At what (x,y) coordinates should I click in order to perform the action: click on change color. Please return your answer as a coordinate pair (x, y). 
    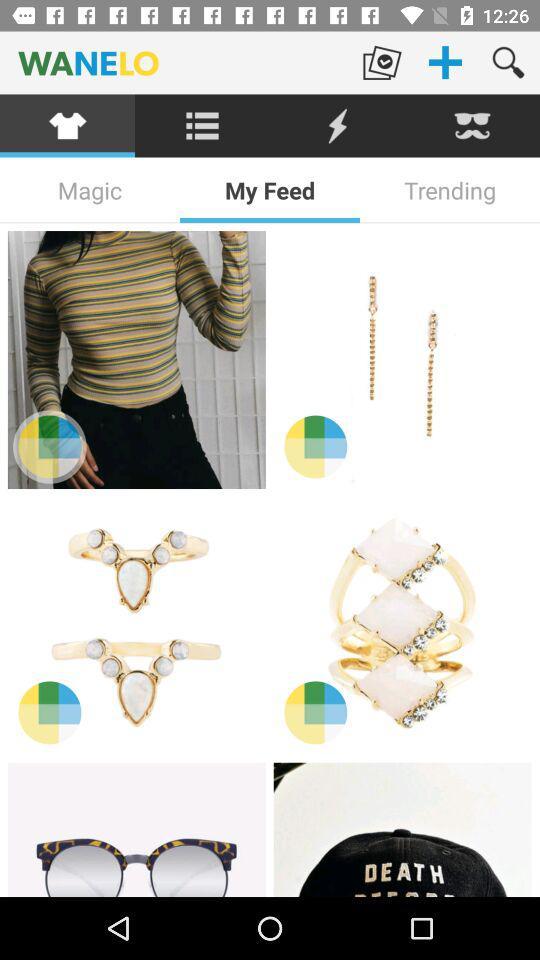
    Looking at the image, I should click on (49, 446).